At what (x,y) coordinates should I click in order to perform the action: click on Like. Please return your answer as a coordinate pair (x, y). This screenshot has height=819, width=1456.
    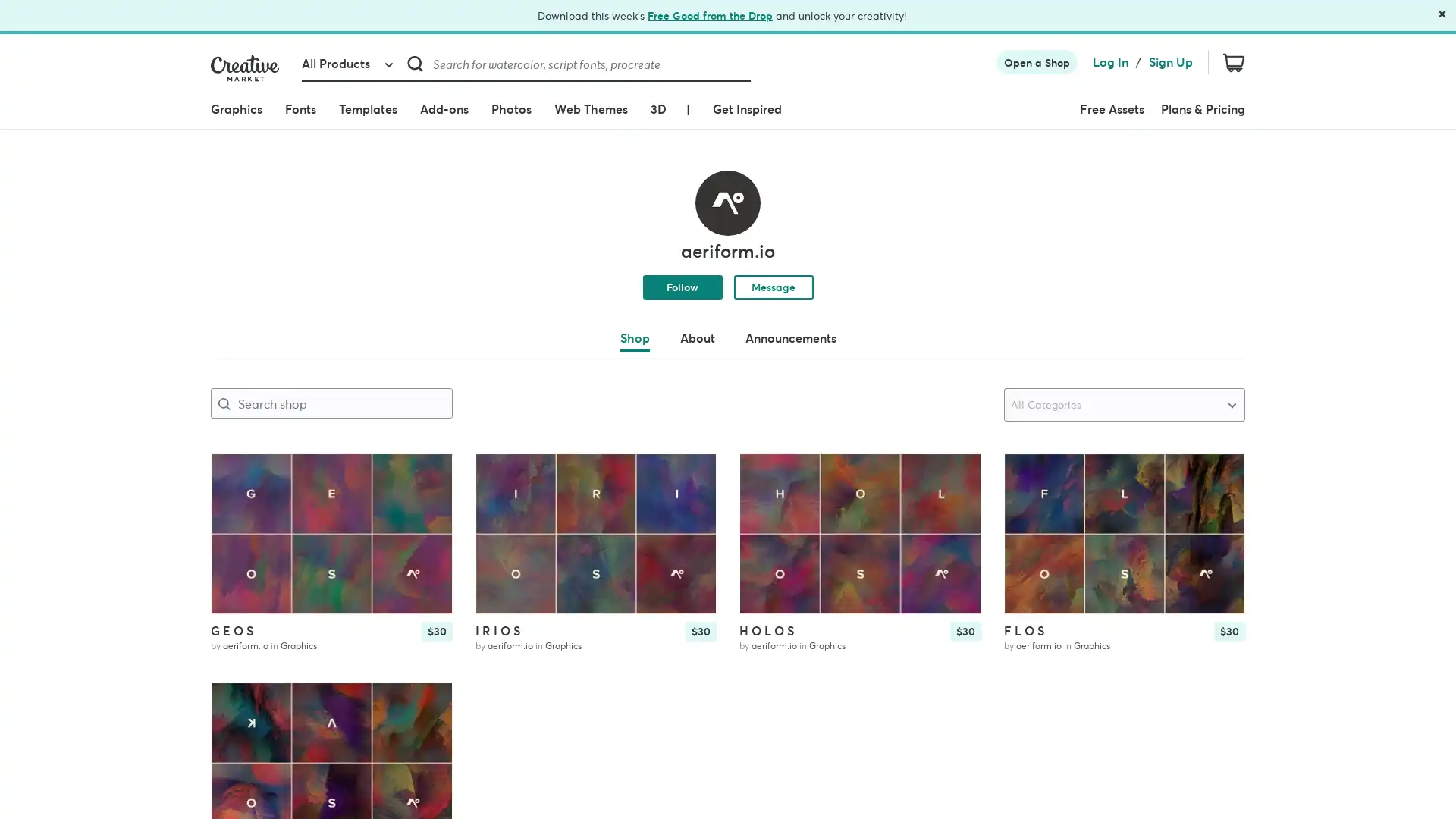
    Looking at the image, I should click on (1220, 475).